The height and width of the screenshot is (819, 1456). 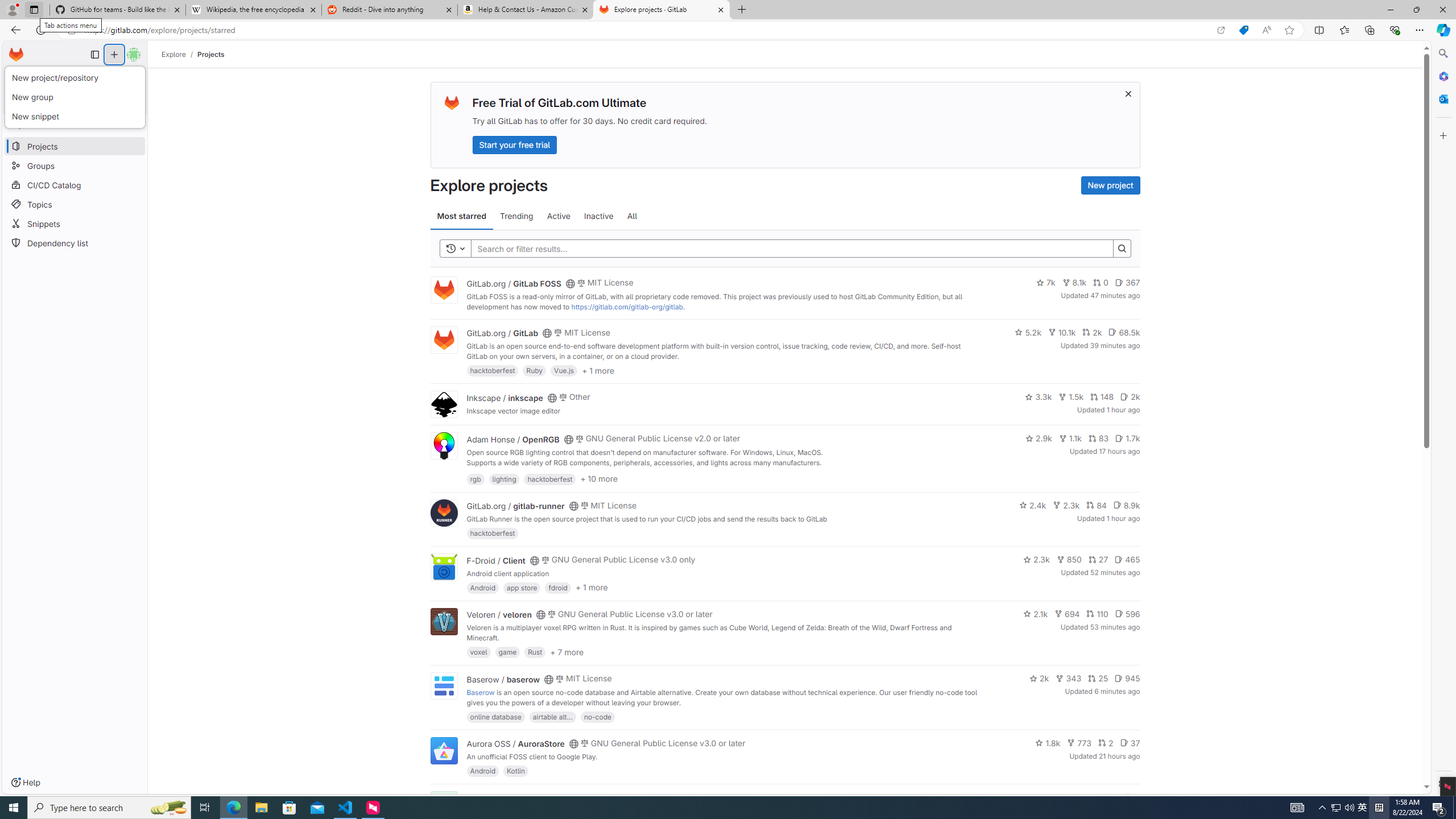 I want to click on 'F-Droid / Client', so click(x=495, y=560).